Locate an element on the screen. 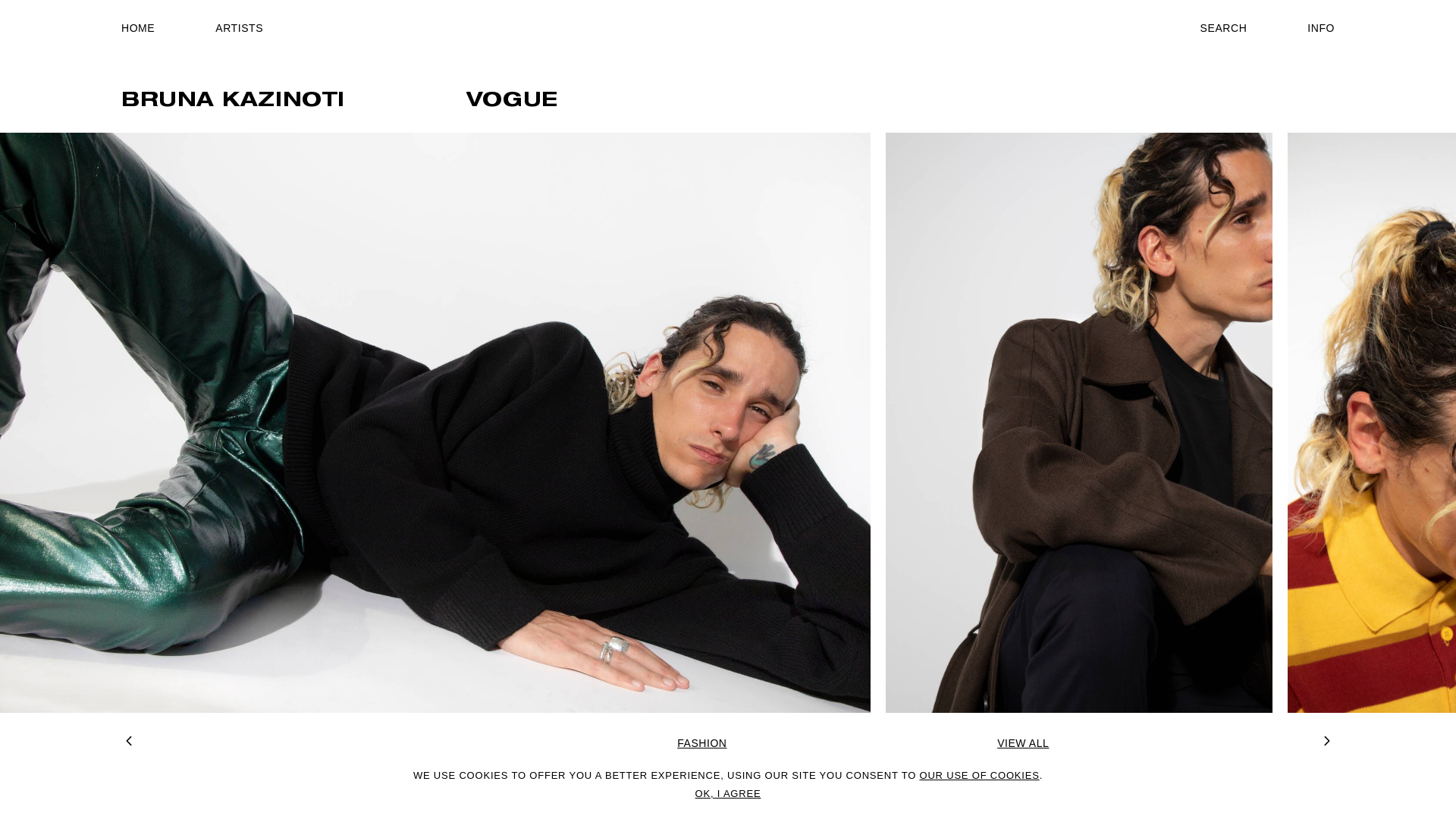 The width and height of the screenshot is (1456, 819). 'ARTISTS' is located at coordinates (238, 28).